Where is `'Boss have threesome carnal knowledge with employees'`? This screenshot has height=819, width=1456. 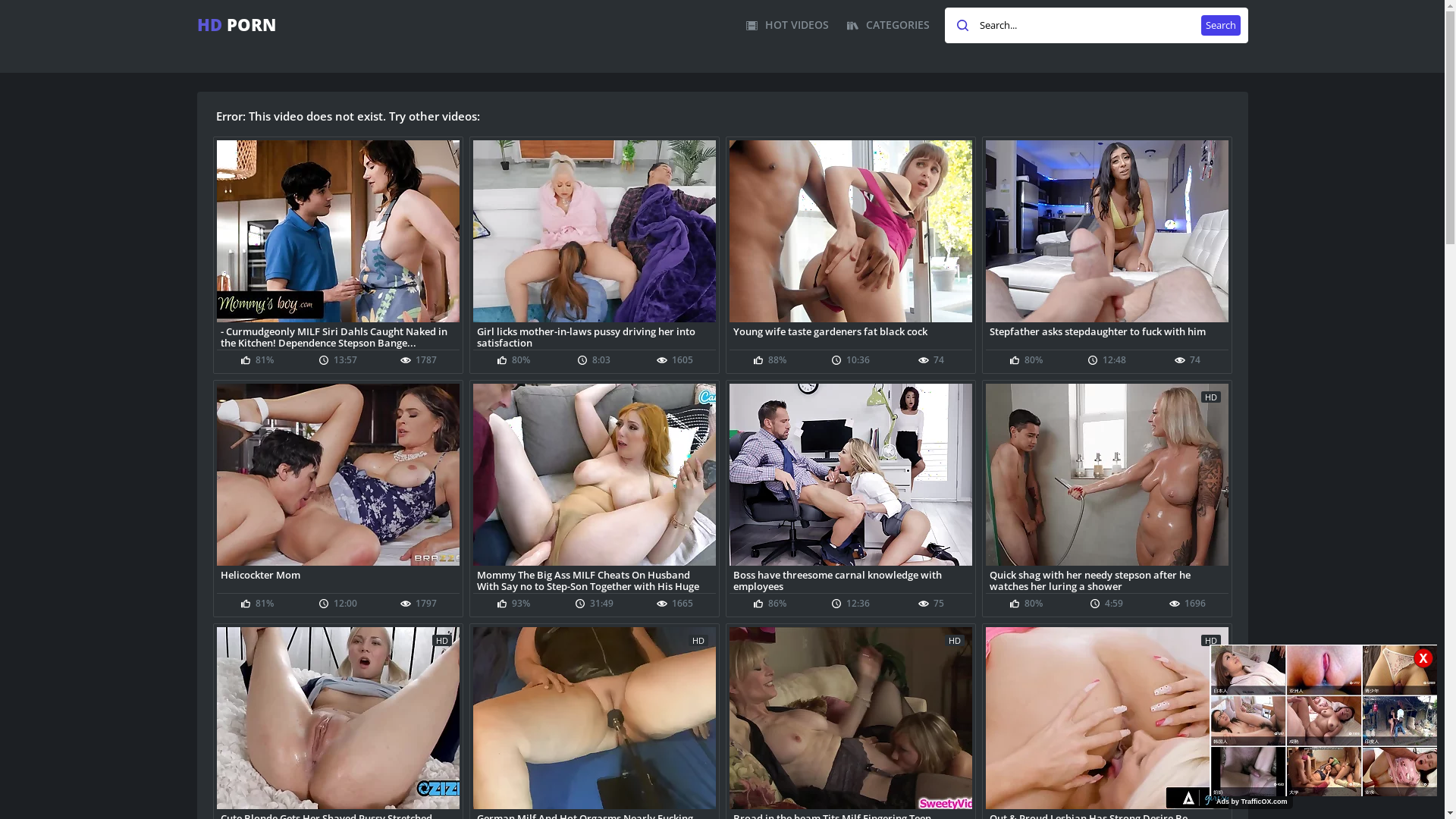 'Boss have threesome carnal knowledge with employees' is located at coordinates (851, 579).